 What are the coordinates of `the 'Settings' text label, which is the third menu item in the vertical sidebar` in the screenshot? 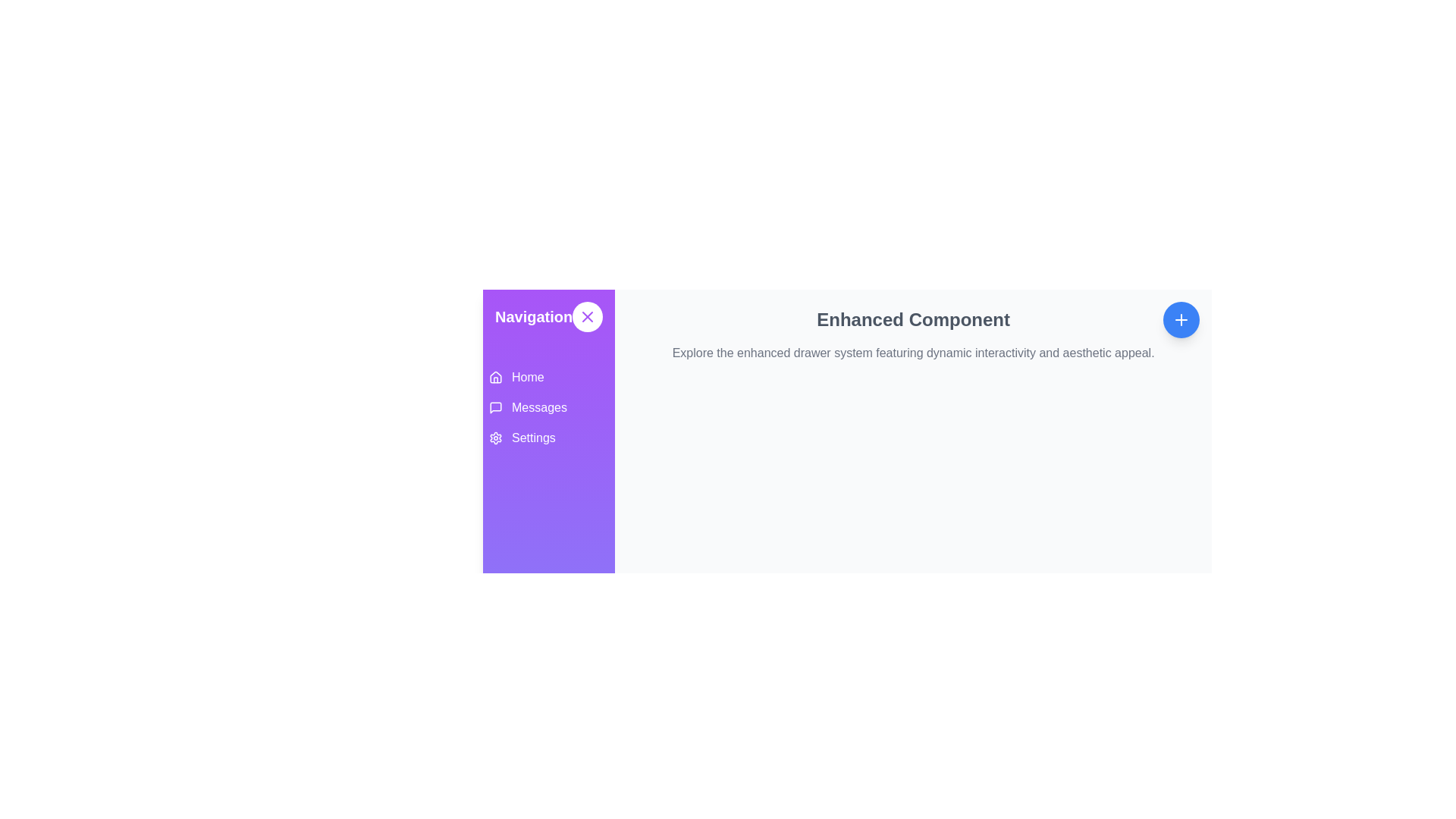 It's located at (533, 438).